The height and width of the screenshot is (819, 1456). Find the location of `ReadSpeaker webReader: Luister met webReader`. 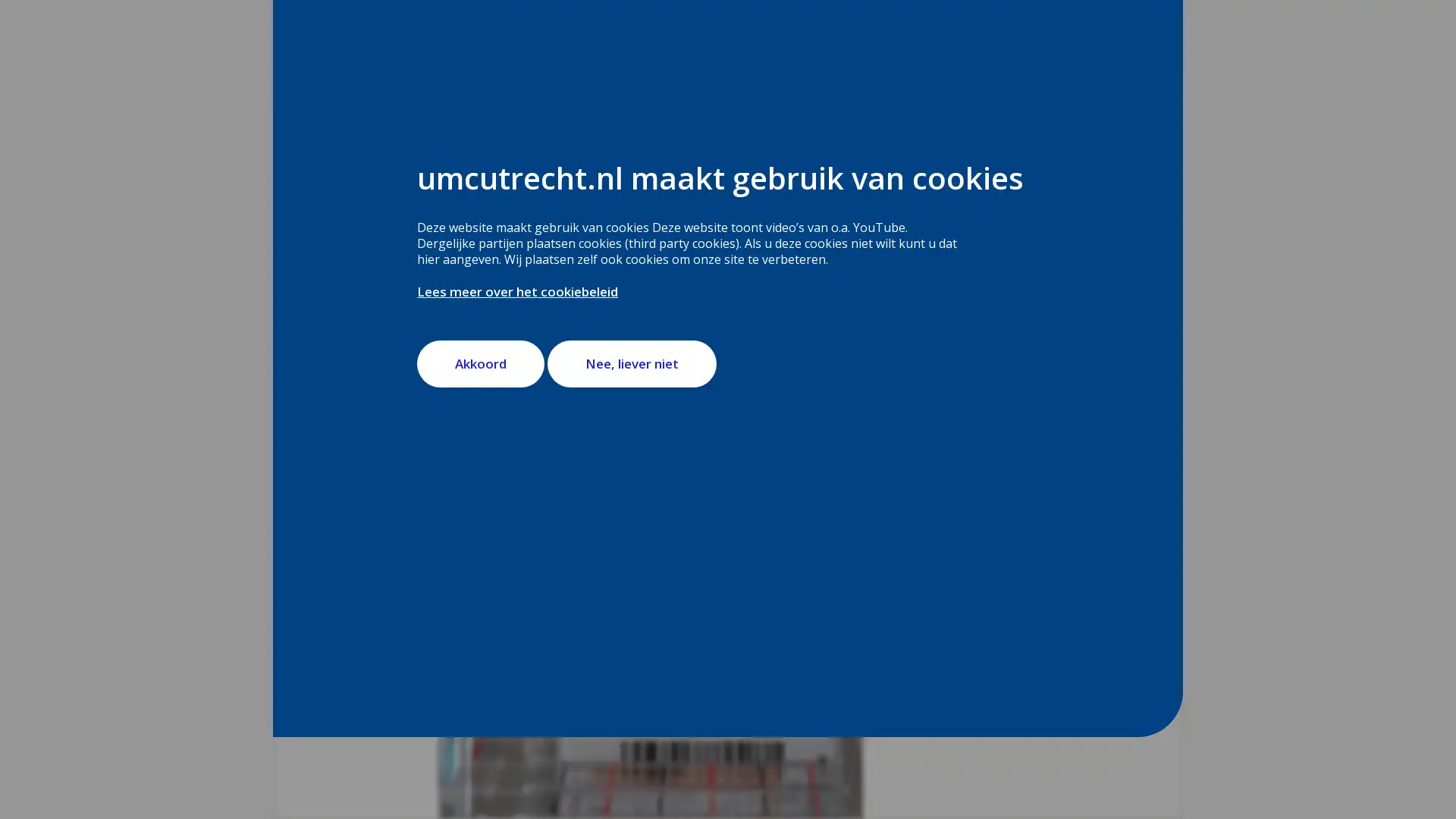

ReadSpeaker webReader: Luister met webReader is located at coordinates (504, 198).